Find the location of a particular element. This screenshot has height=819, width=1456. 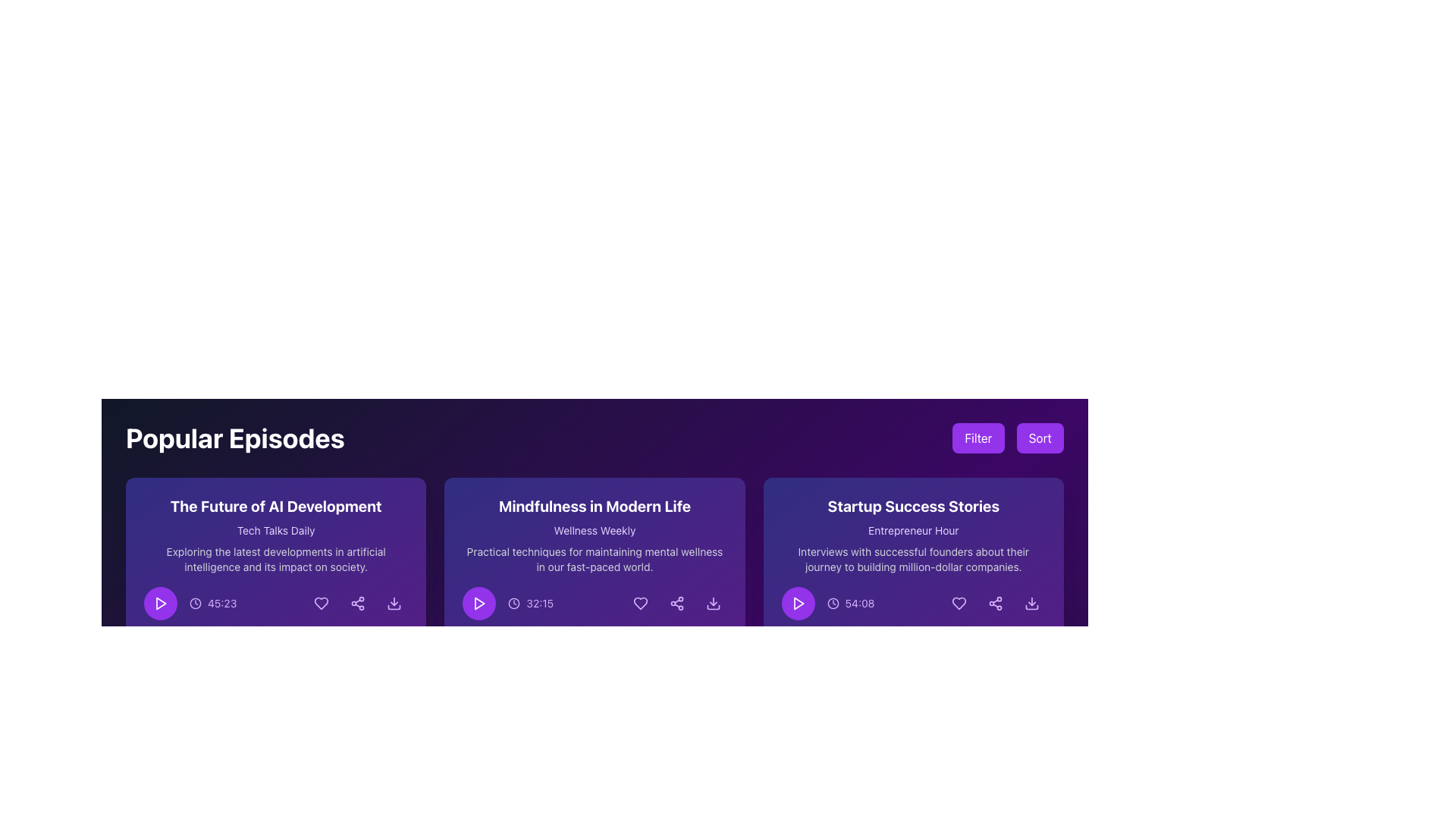

the purple gradient progress bar located in the 'Mindfulness in Modern Life' card, positioned below the playback controls and duration label is located at coordinates (522, 635).